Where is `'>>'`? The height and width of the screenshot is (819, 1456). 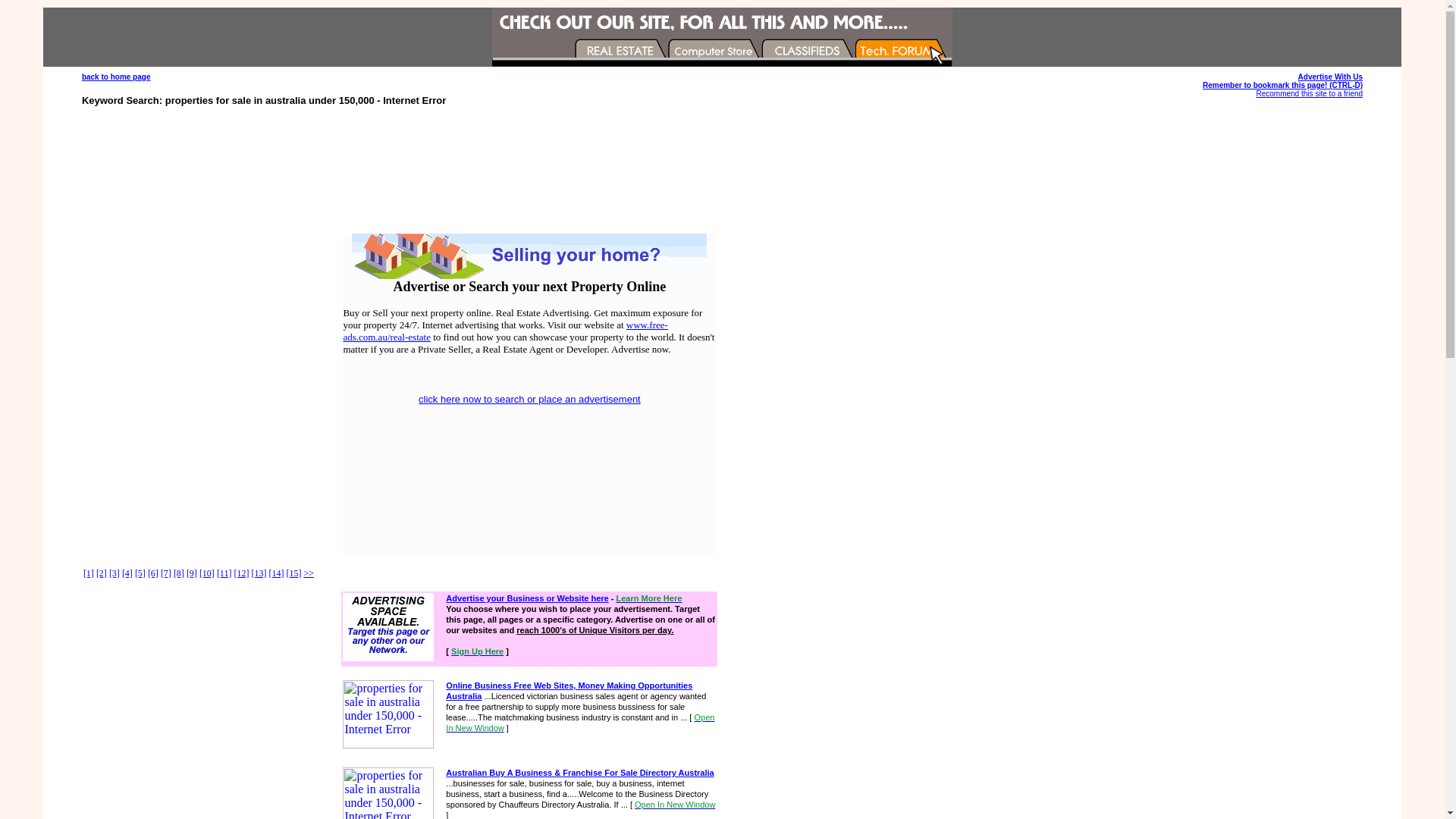 '>>' is located at coordinates (308, 573).